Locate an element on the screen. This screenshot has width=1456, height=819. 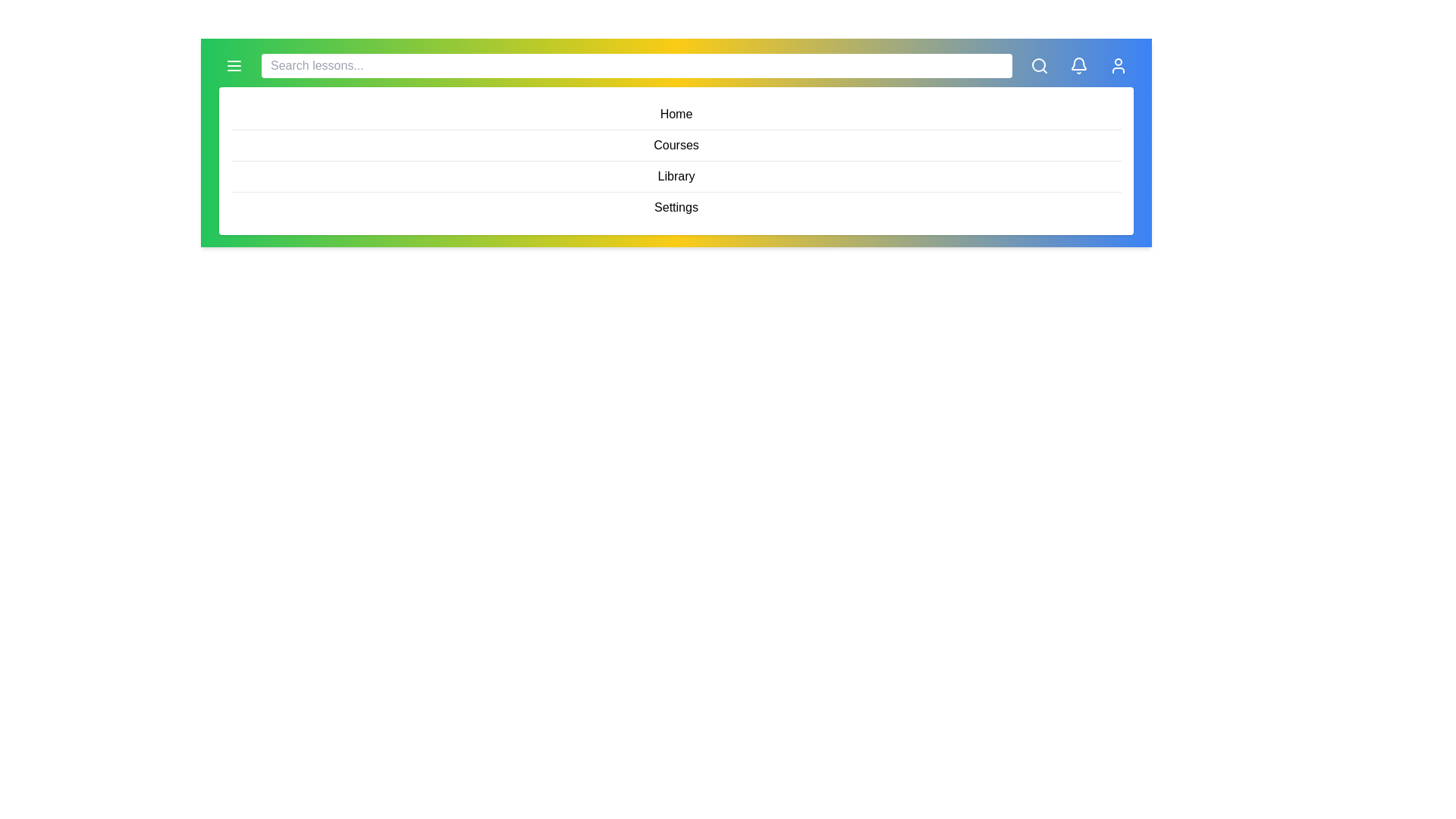
the 'Search' icon in the top-right corner of the app bar is located at coordinates (1039, 65).